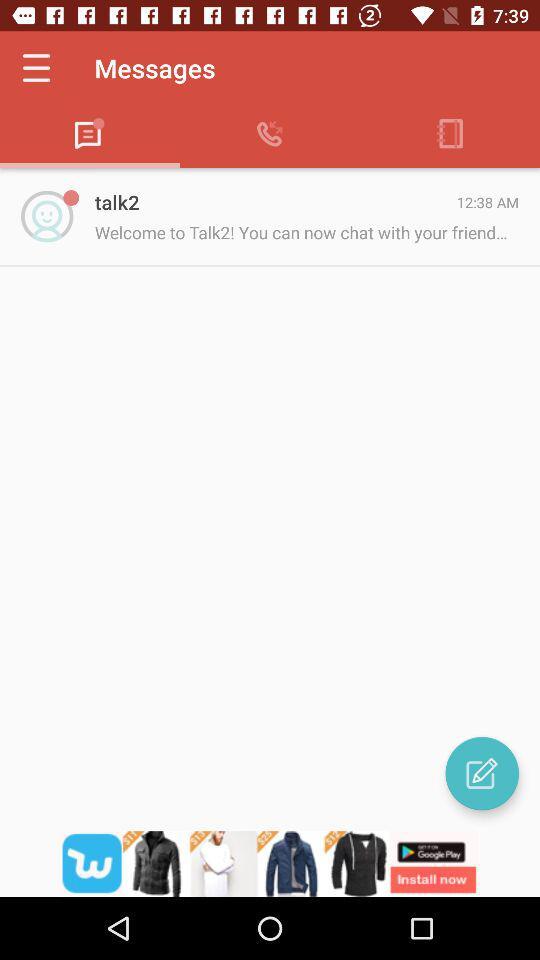 This screenshot has height=960, width=540. What do you see at coordinates (270, 863) in the screenshot?
I see `open advertisement` at bounding box center [270, 863].